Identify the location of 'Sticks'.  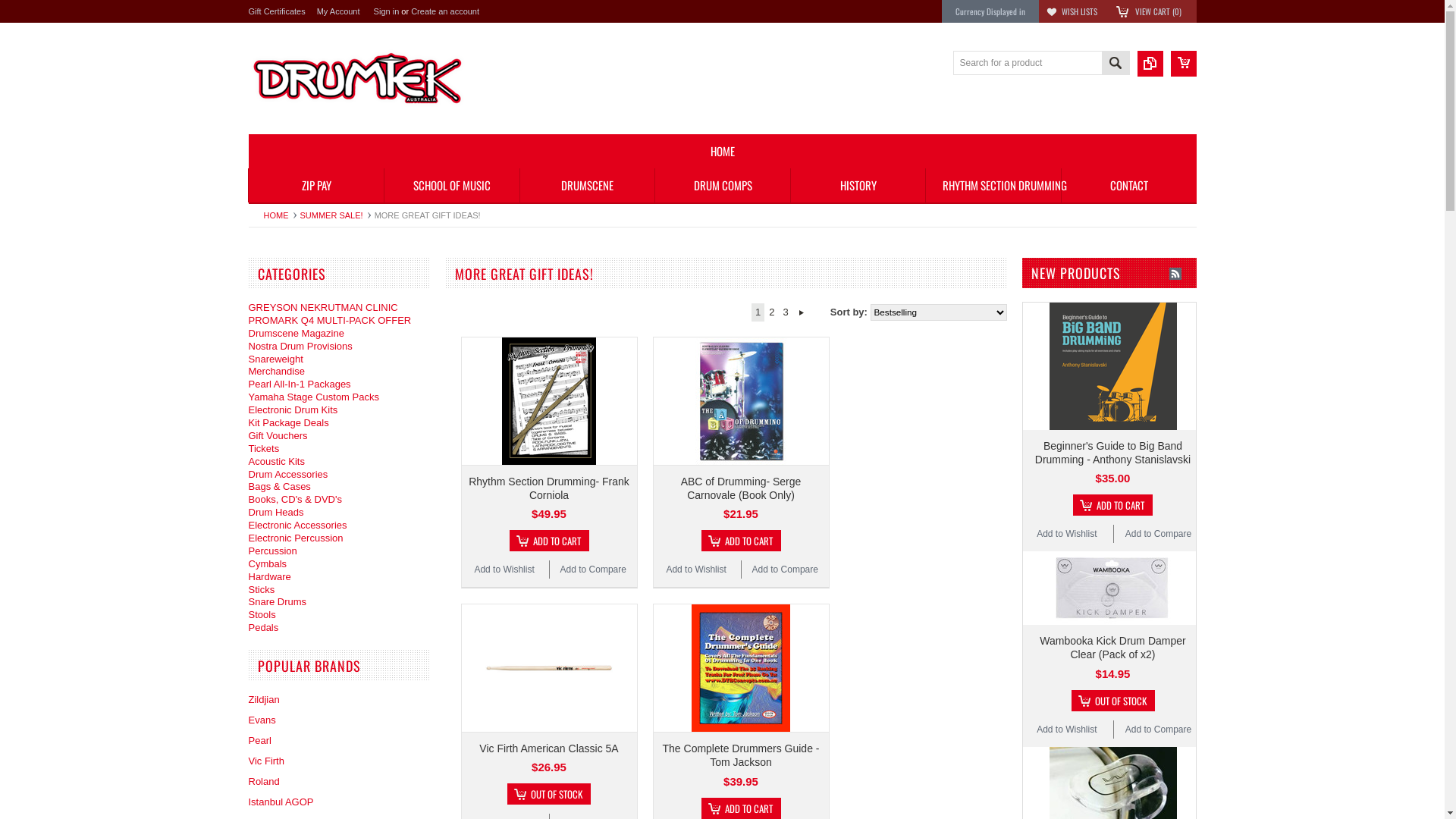
(262, 588).